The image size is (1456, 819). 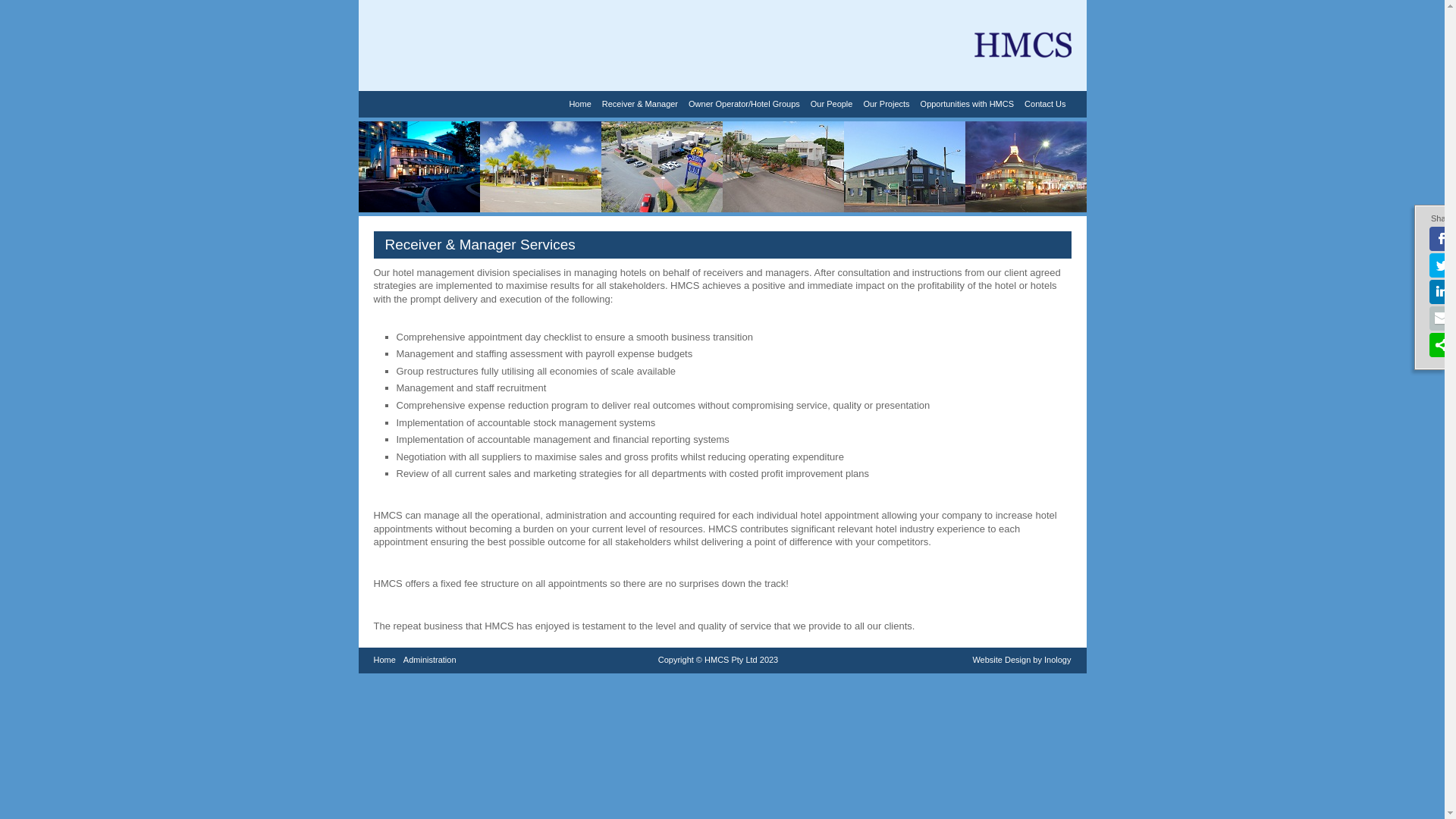 What do you see at coordinates (1001, 659) in the screenshot?
I see `'Website Design'` at bounding box center [1001, 659].